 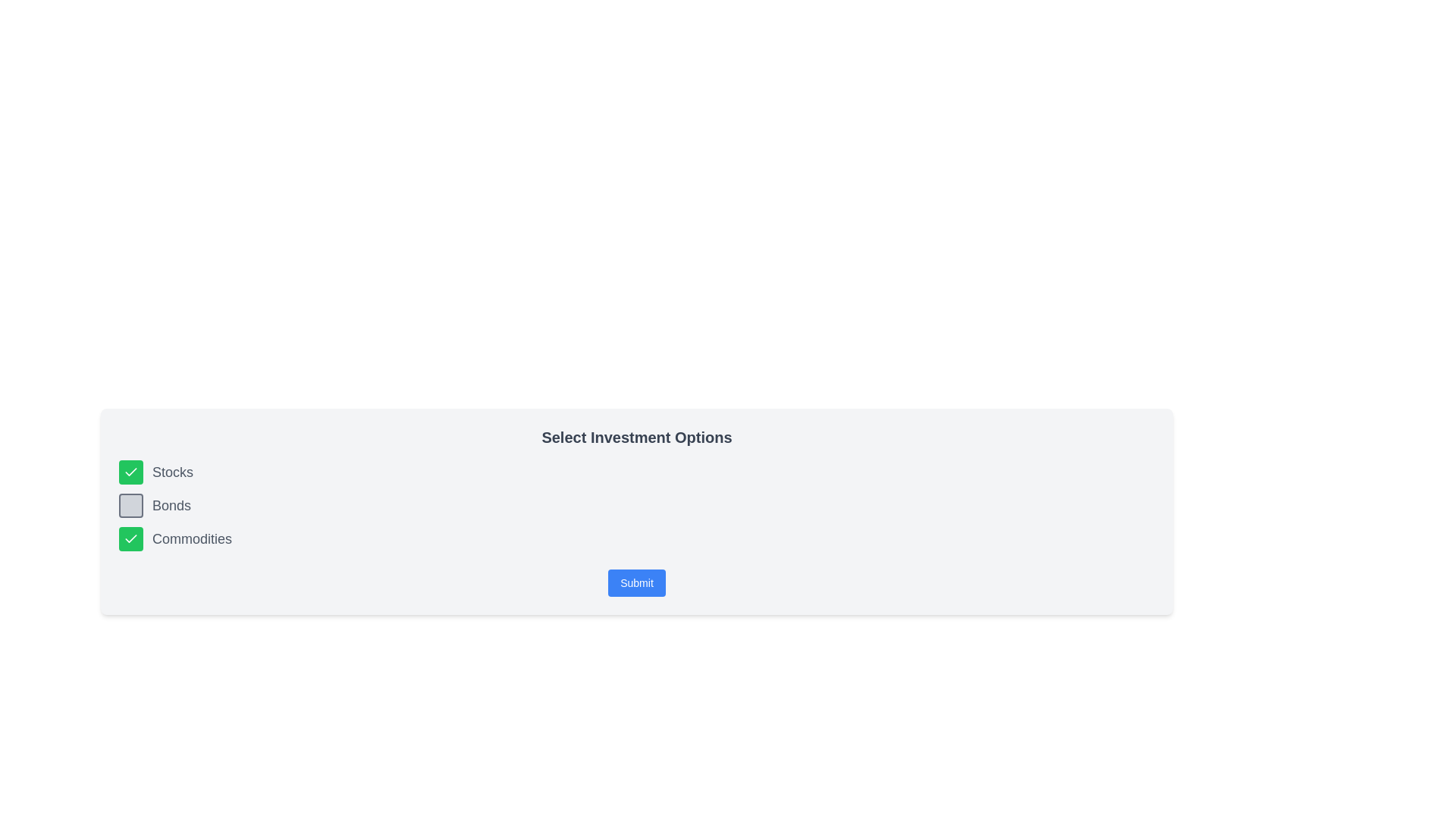 I want to click on the text label displaying 'Bonds' which is medium gray and part of a vertical list of options, positioned next to a checkbox, so click(x=171, y=506).